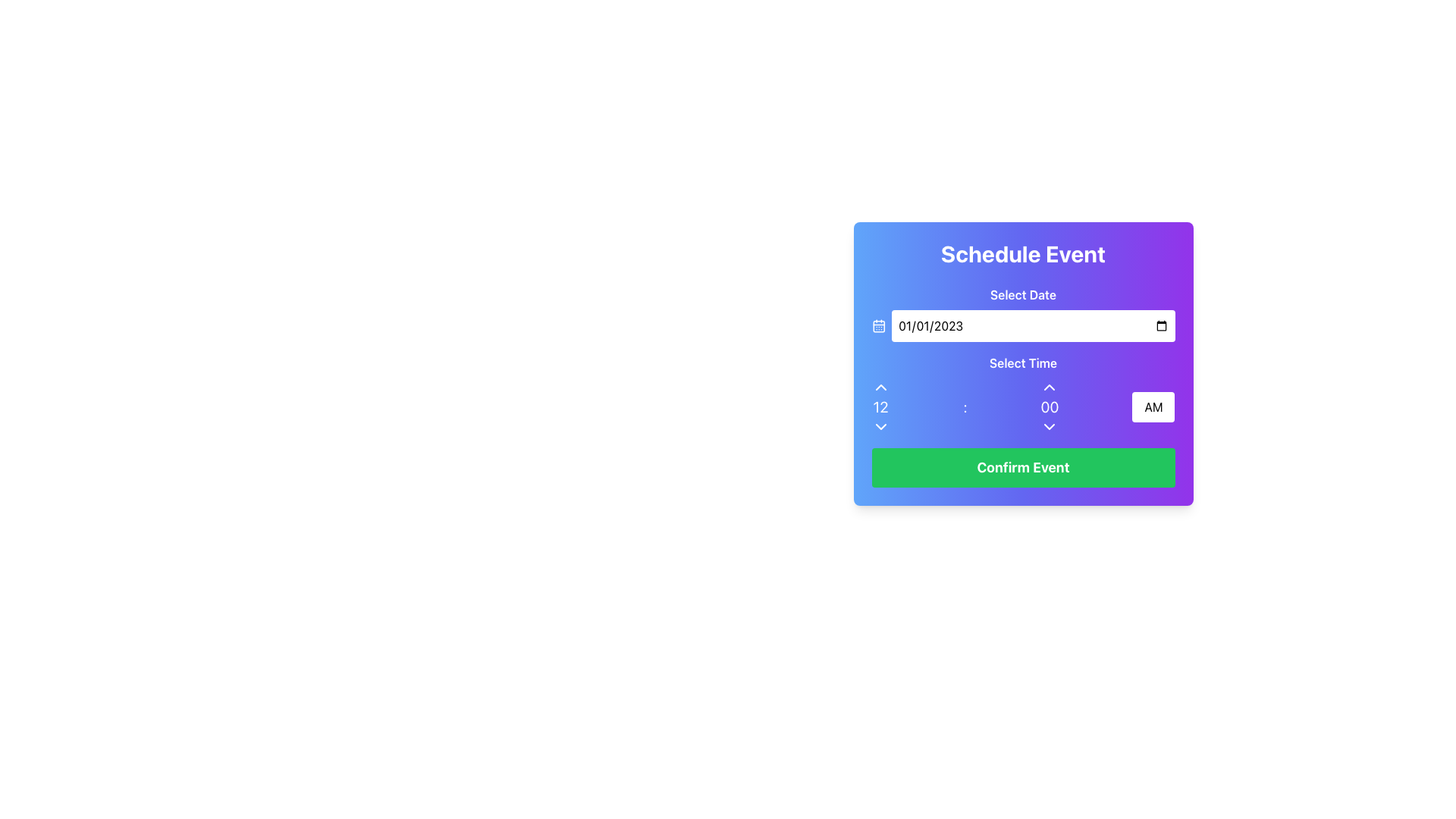 This screenshot has height=819, width=1456. I want to click on the upward arrow of the Time input selector for minutes to increment the minutes value, so click(1049, 406).